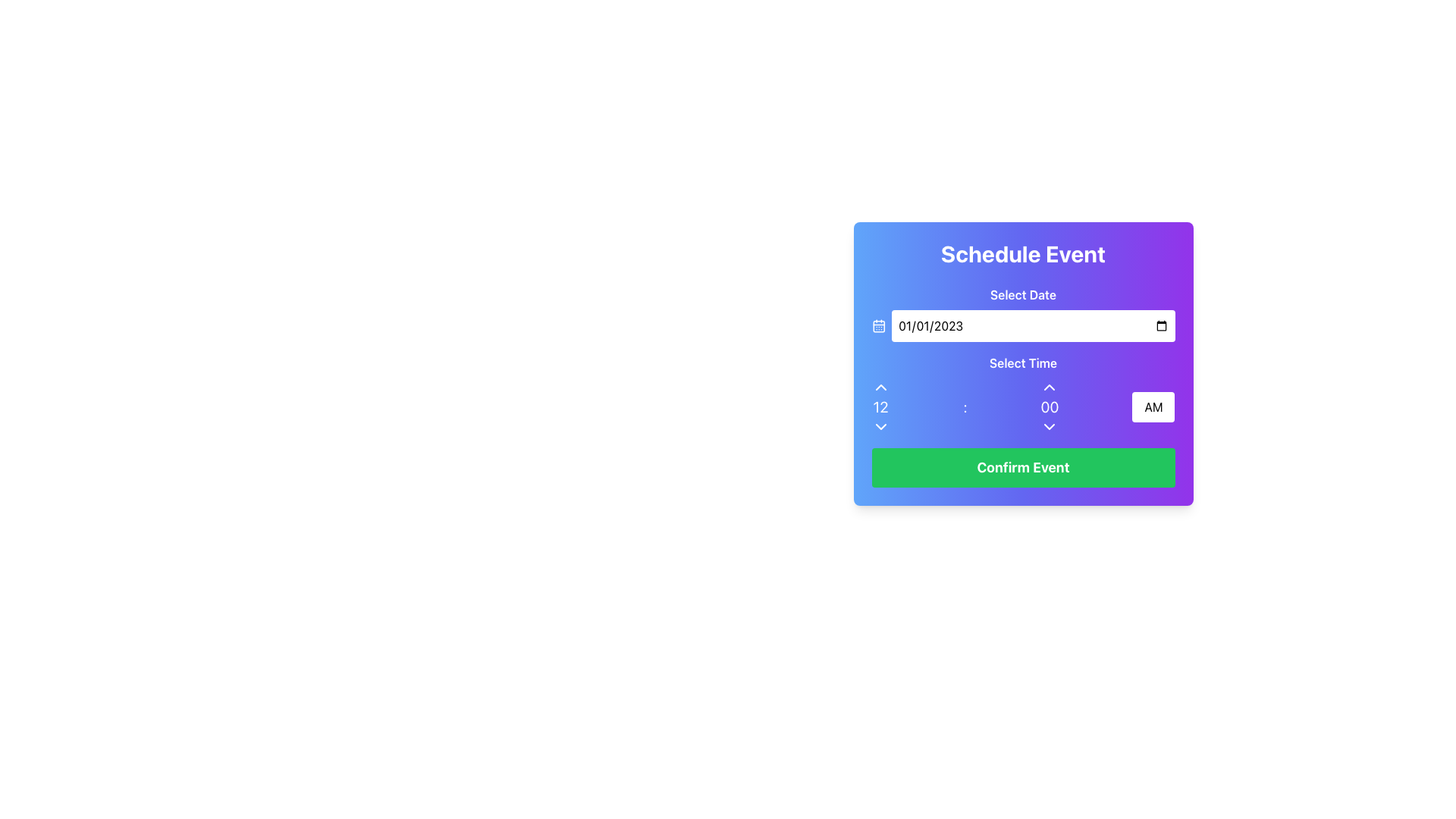 This screenshot has height=819, width=1456. I want to click on the upward arrow of the Time input selector for minutes to increment the minutes value, so click(1049, 406).